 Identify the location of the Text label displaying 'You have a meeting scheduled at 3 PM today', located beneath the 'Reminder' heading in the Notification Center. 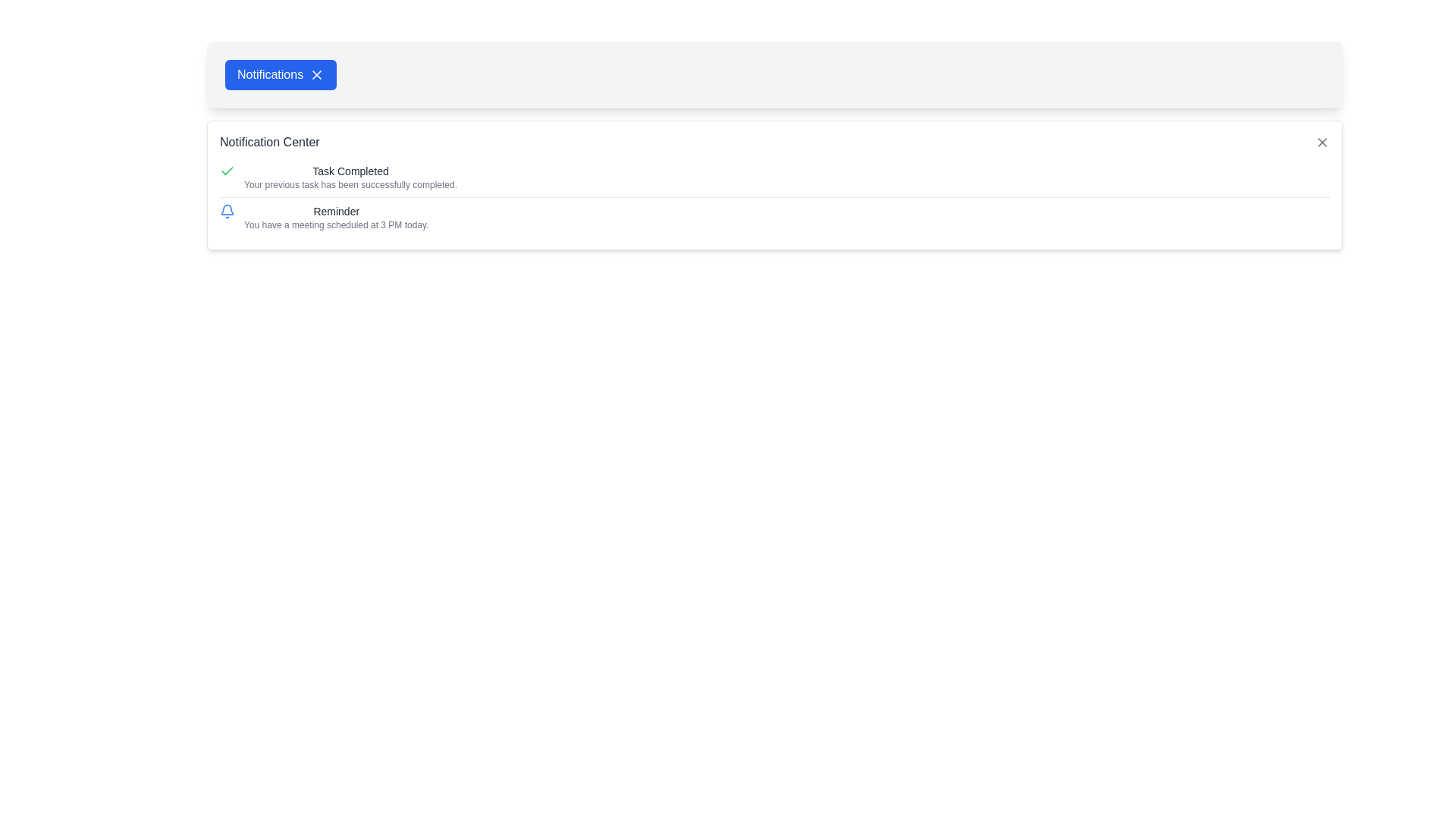
(335, 225).